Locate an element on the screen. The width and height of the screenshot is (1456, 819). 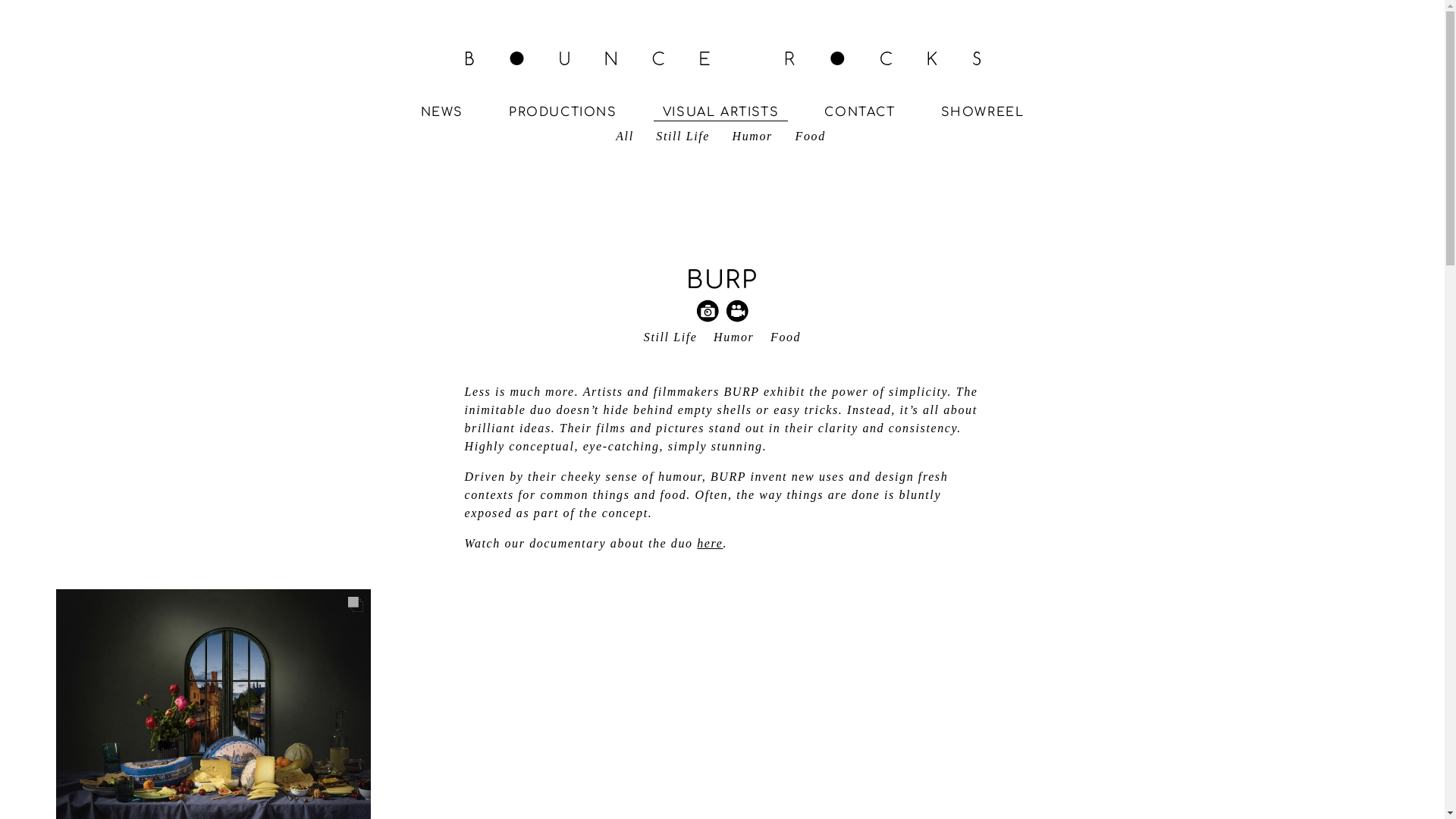
'All' is located at coordinates (624, 135).